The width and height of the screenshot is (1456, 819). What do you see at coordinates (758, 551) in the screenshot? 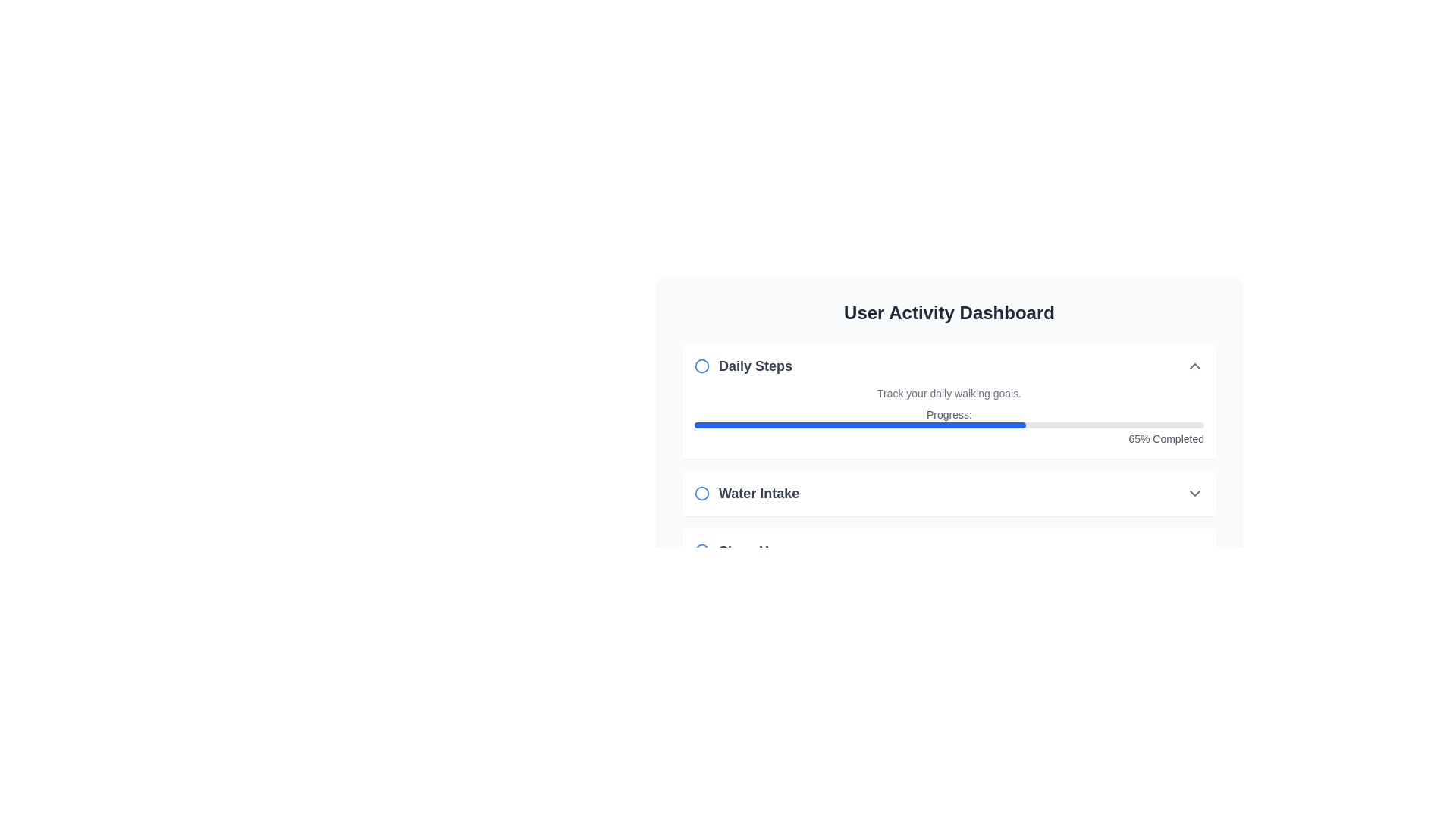
I see `the text label displaying 'Sleep Hours', which is styled prominently in dark gray and positioned to the right of a small circular icon with a blue border` at bounding box center [758, 551].